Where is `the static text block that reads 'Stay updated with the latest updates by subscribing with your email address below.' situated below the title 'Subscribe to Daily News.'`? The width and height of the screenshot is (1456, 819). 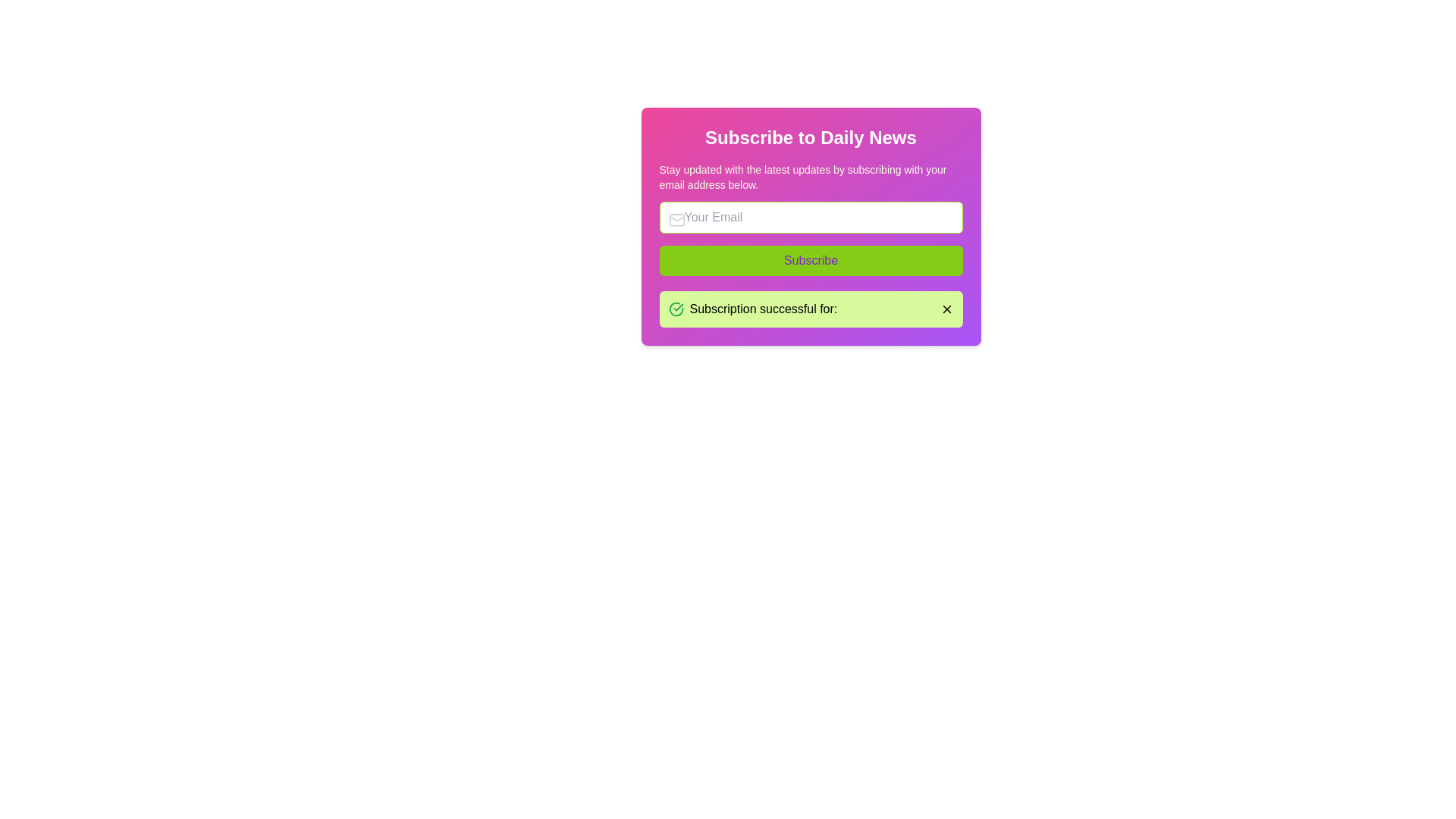 the static text block that reads 'Stay updated with the latest updates by subscribing with your email address below.' situated below the title 'Subscribe to Daily News.' is located at coordinates (810, 177).